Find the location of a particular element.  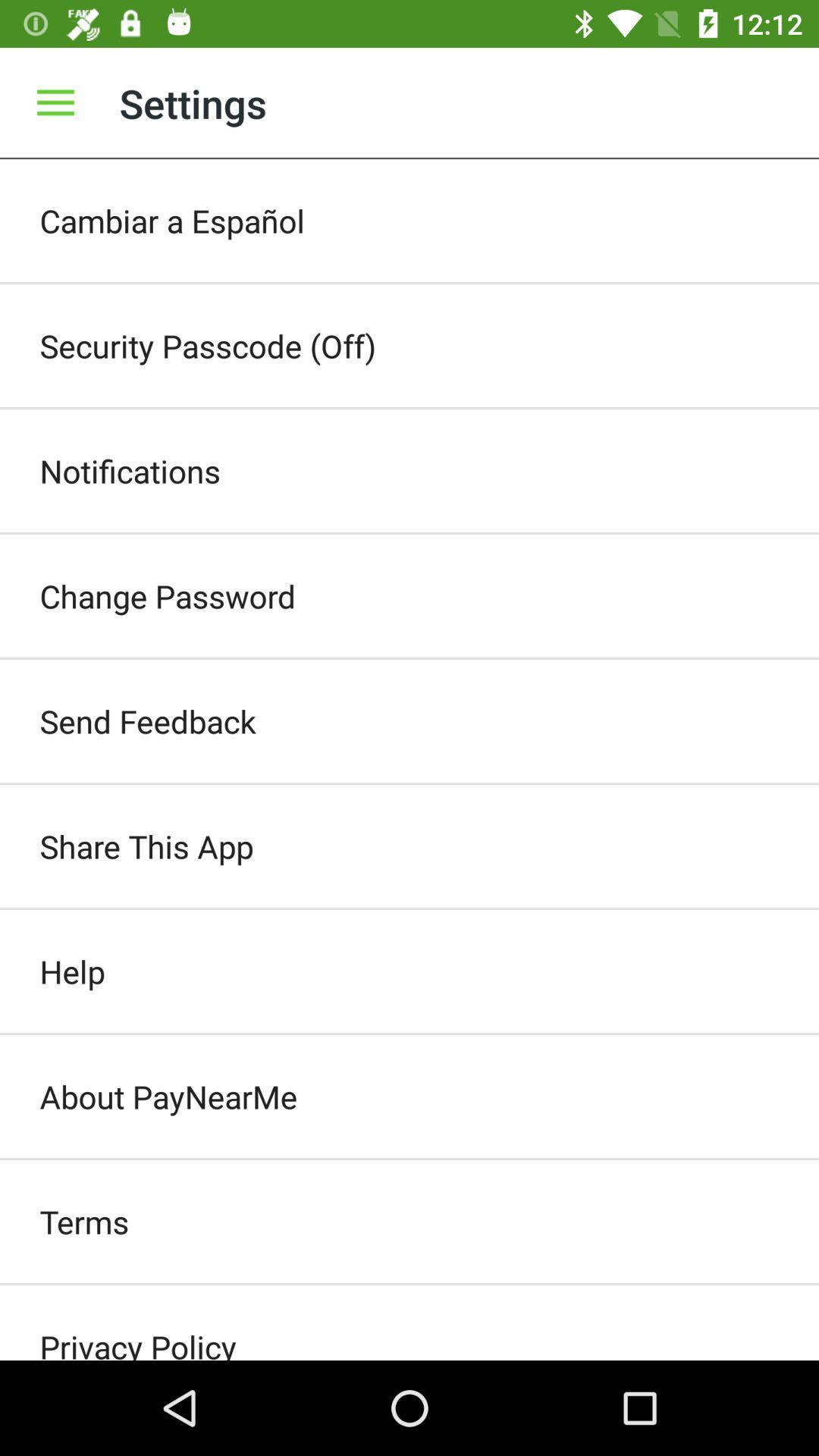

the send feedback item is located at coordinates (409, 720).